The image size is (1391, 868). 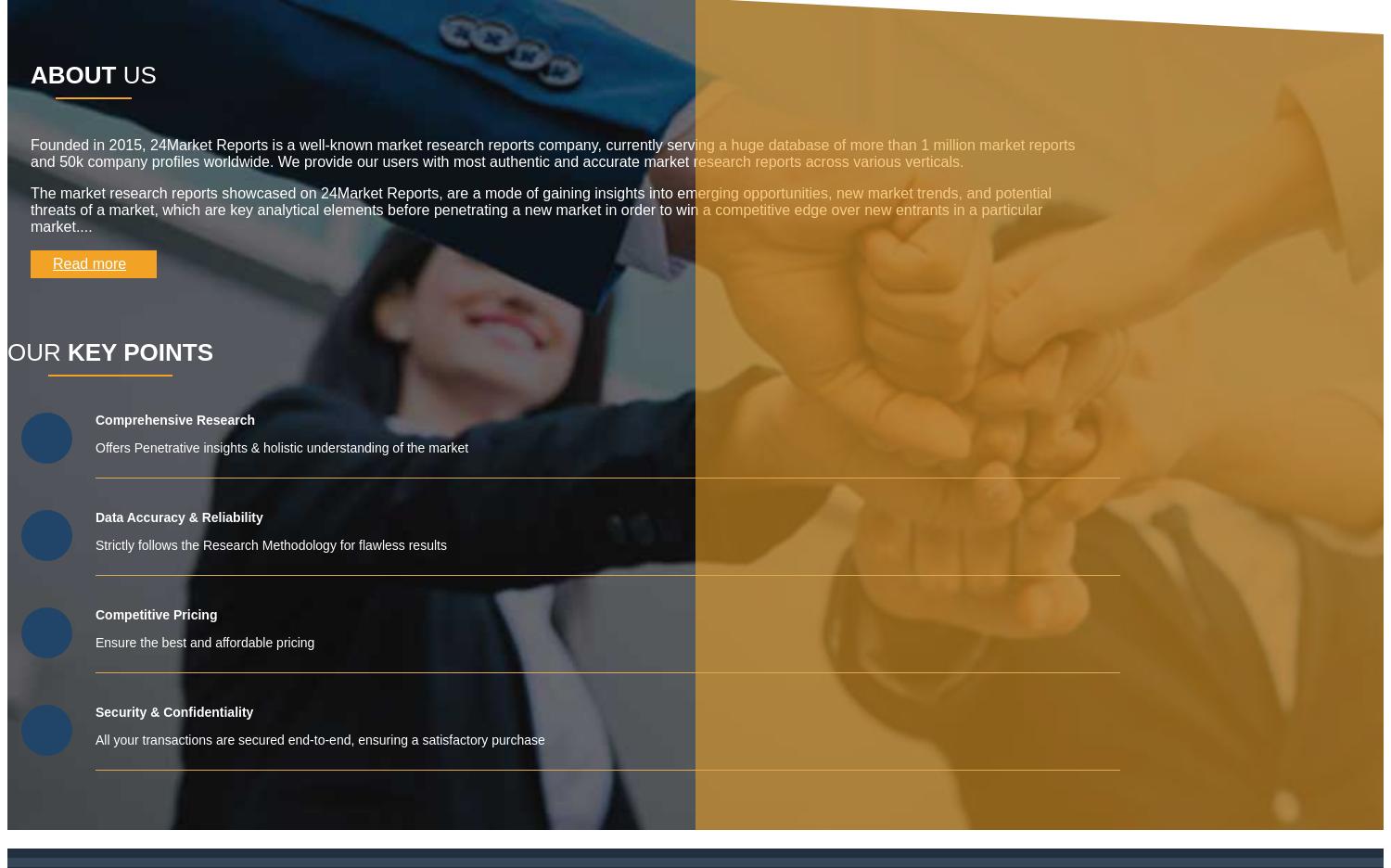 I want to click on 'Read more', so click(x=88, y=263).